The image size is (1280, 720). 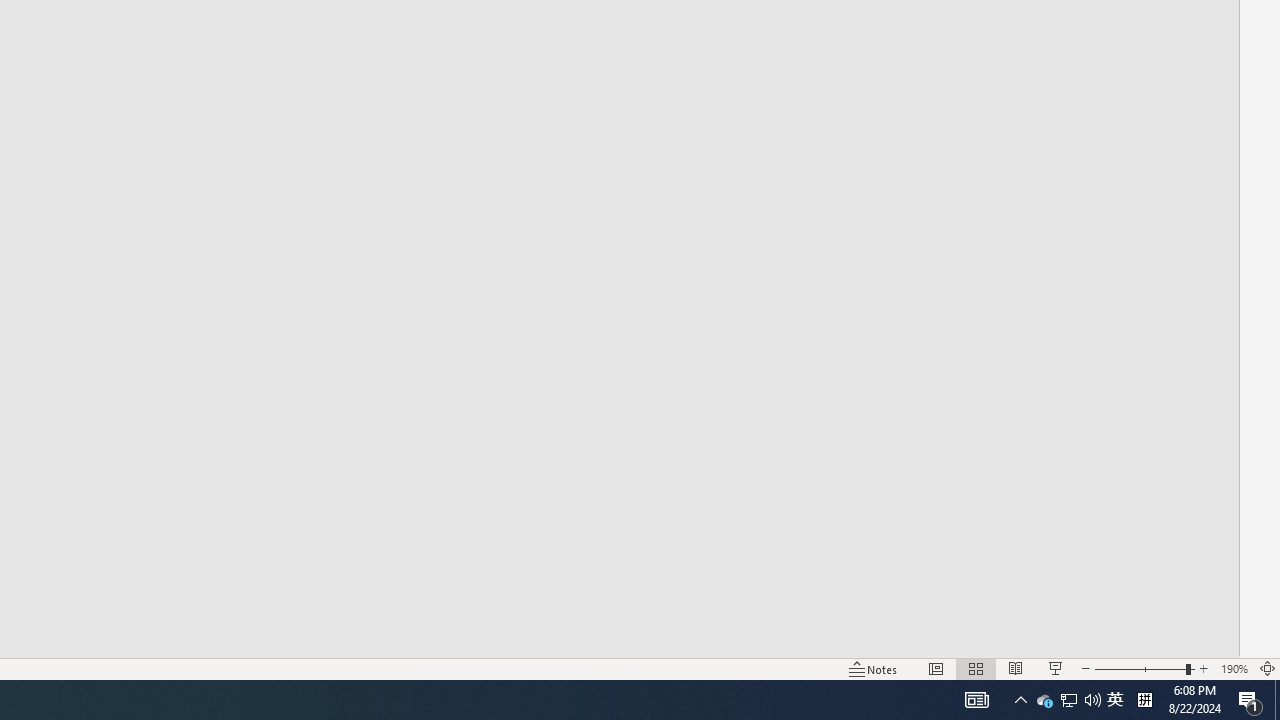 What do you see at coordinates (874, 669) in the screenshot?
I see `'Notes '` at bounding box center [874, 669].